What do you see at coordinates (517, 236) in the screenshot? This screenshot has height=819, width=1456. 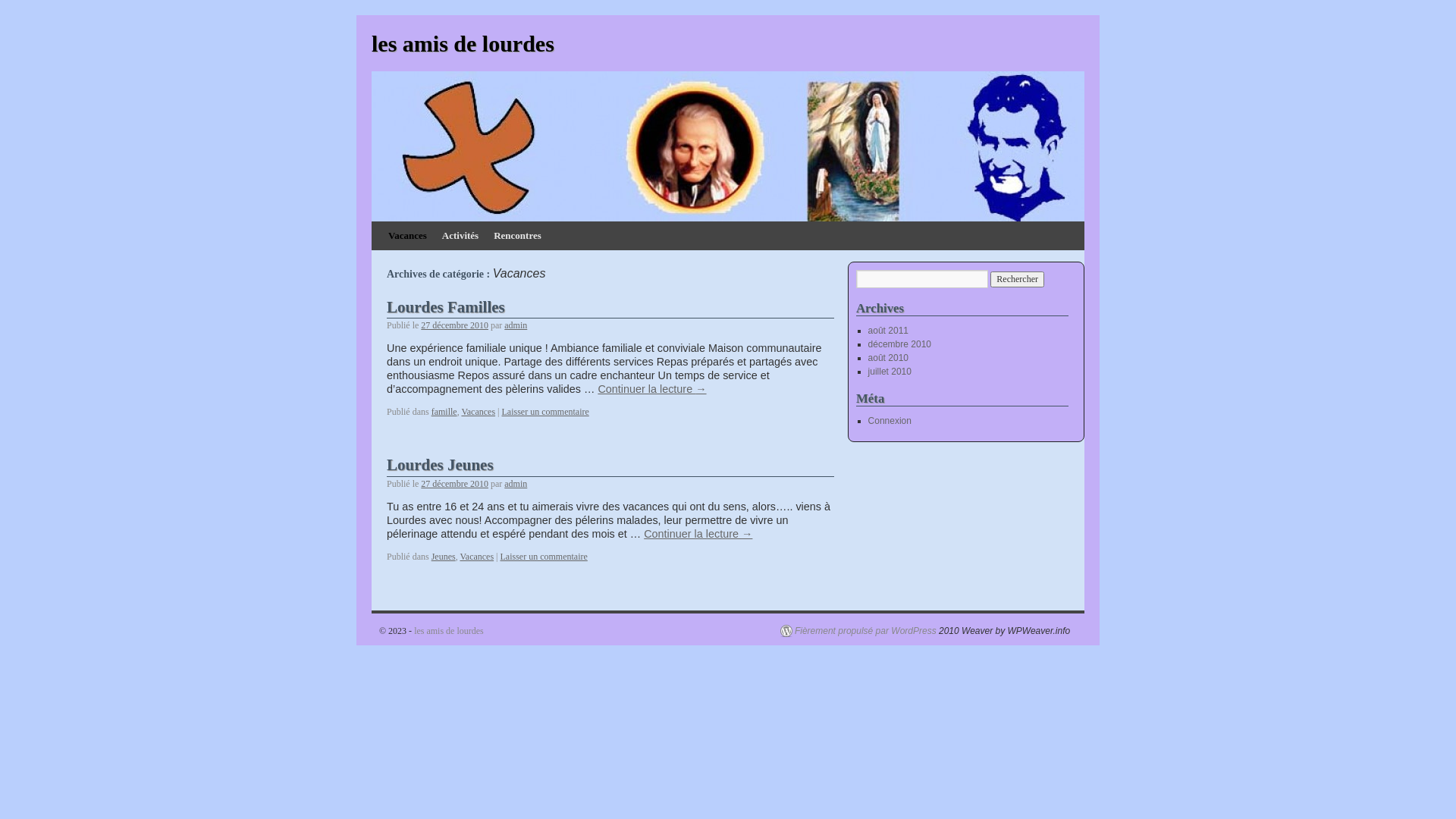 I see `'Rencontres'` at bounding box center [517, 236].